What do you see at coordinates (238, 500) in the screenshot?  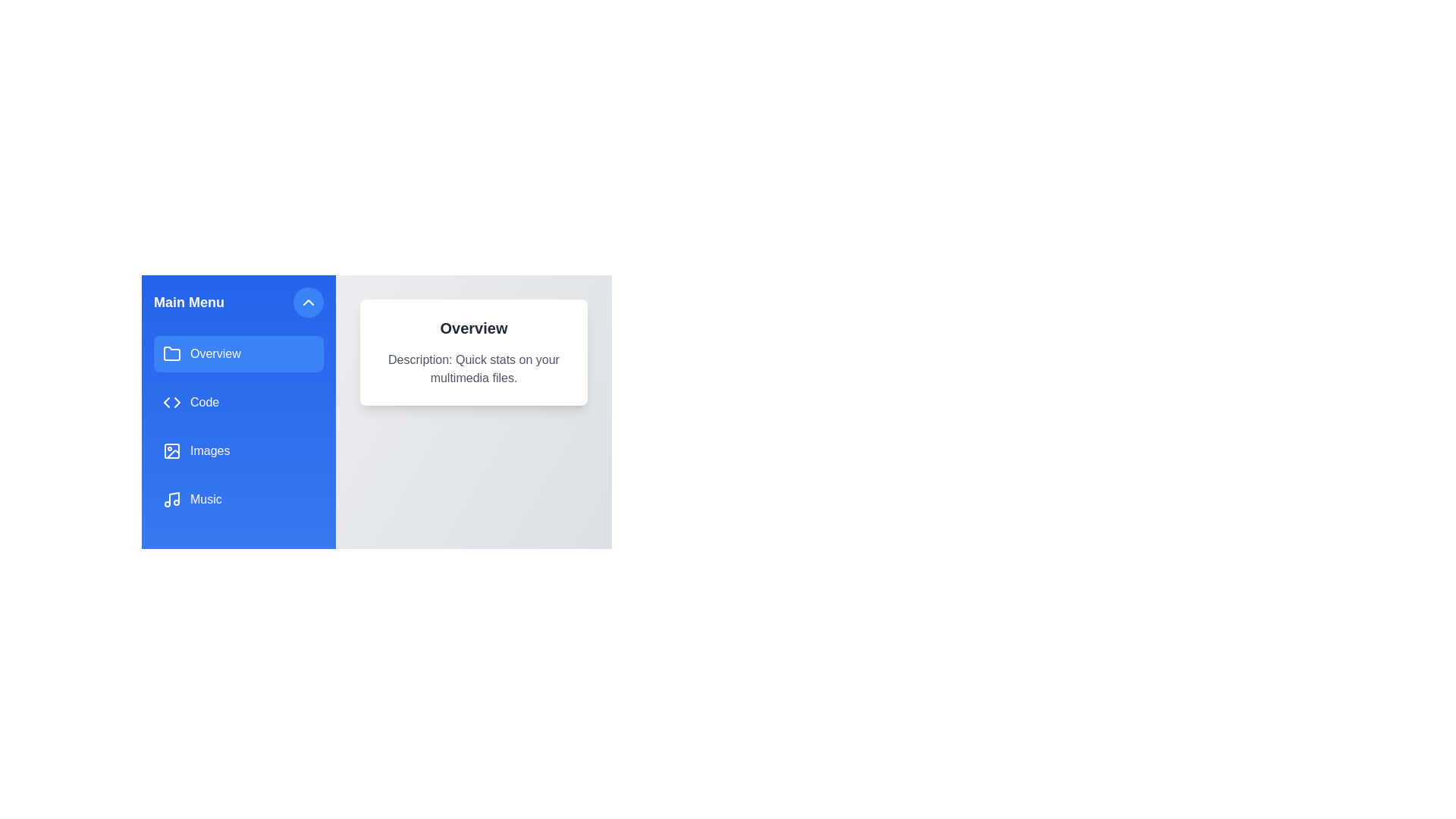 I see `the fourth item in the vertical navigation menu, located below the 'Images' menu item` at bounding box center [238, 500].